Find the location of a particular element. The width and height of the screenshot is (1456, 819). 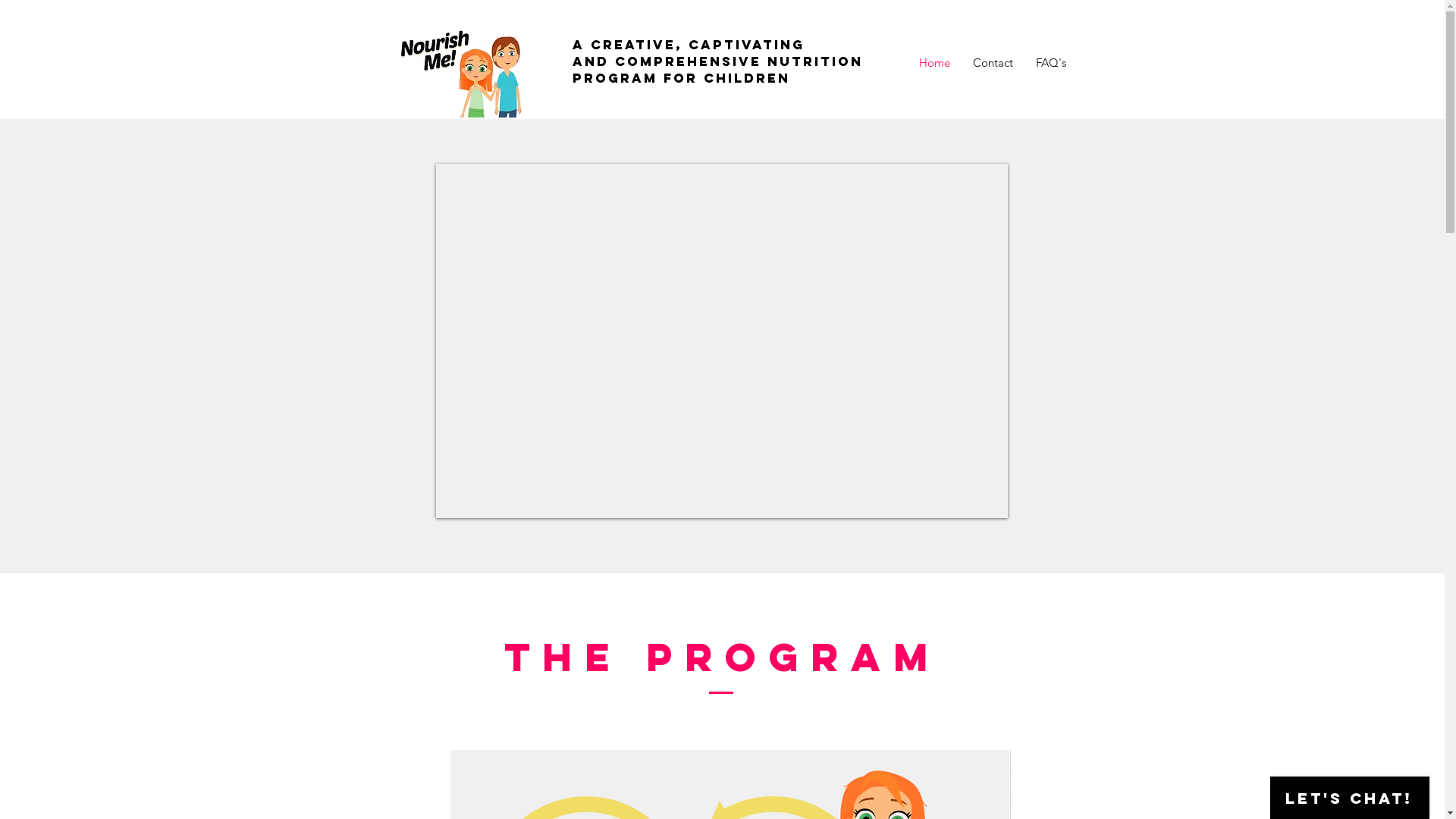

'Contact' is located at coordinates (993, 62).